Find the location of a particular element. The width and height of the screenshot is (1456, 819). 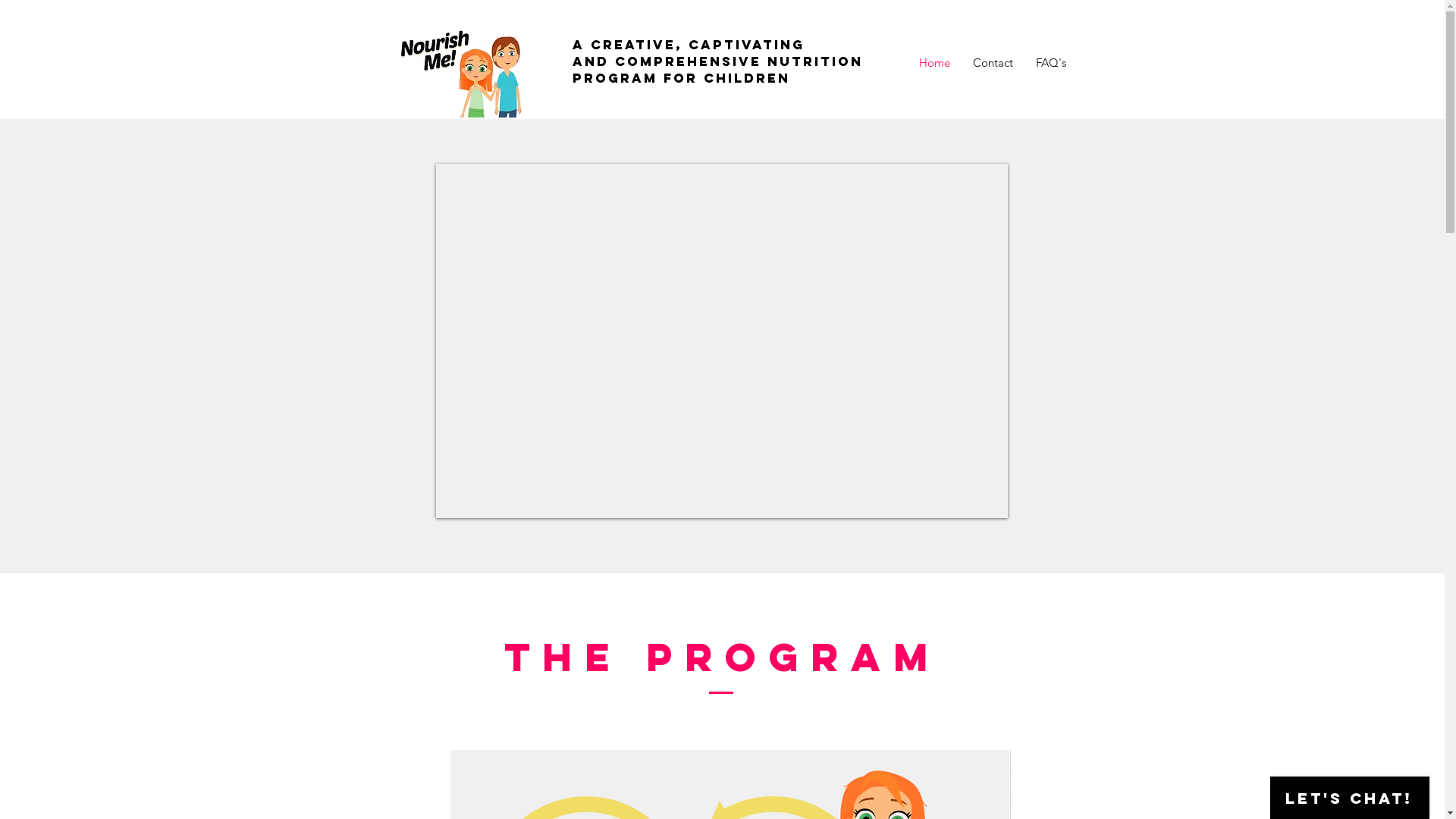

'Contact' is located at coordinates (993, 62).